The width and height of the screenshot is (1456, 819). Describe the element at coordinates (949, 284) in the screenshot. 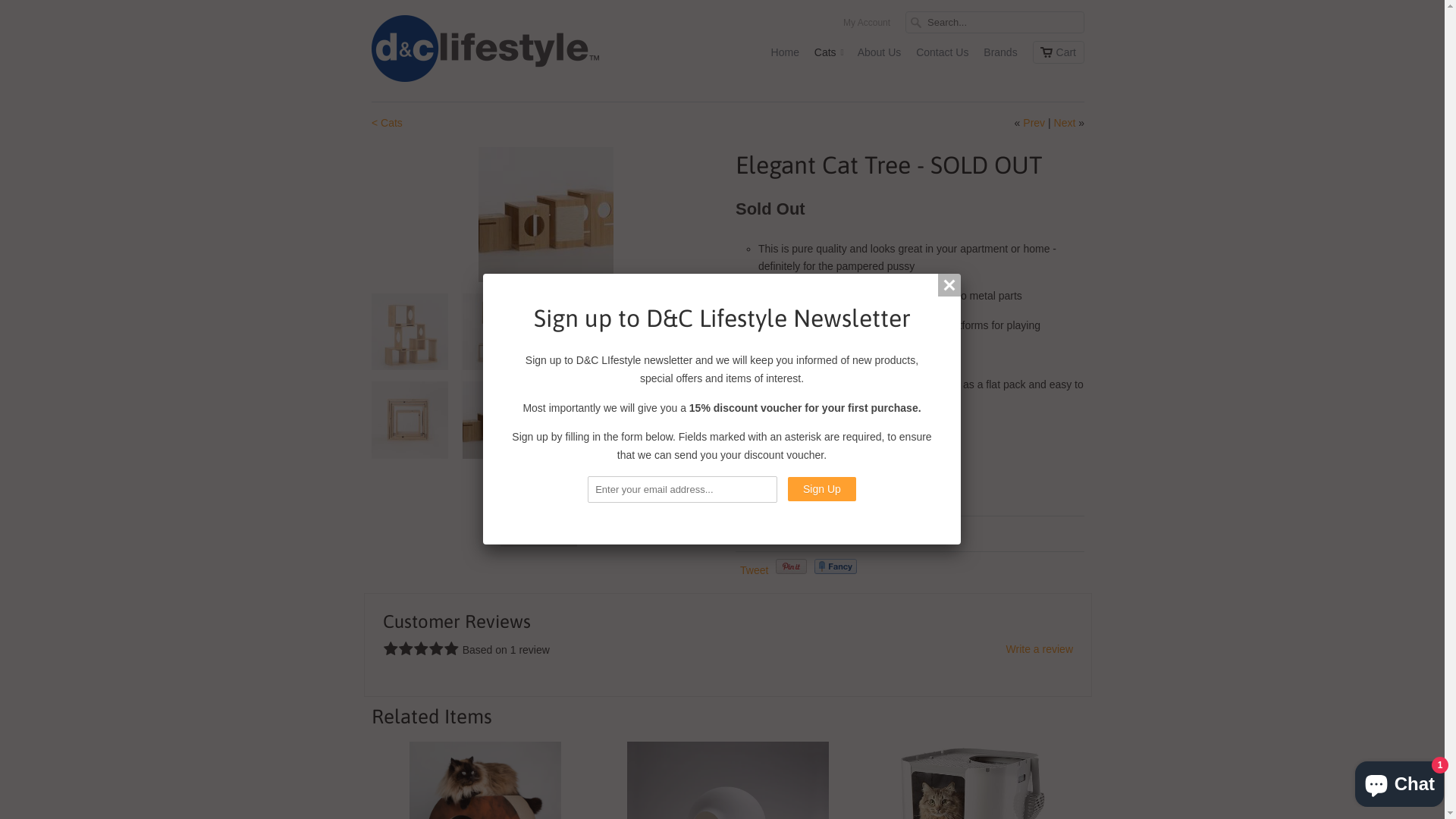

I see `'Close'` at that location.